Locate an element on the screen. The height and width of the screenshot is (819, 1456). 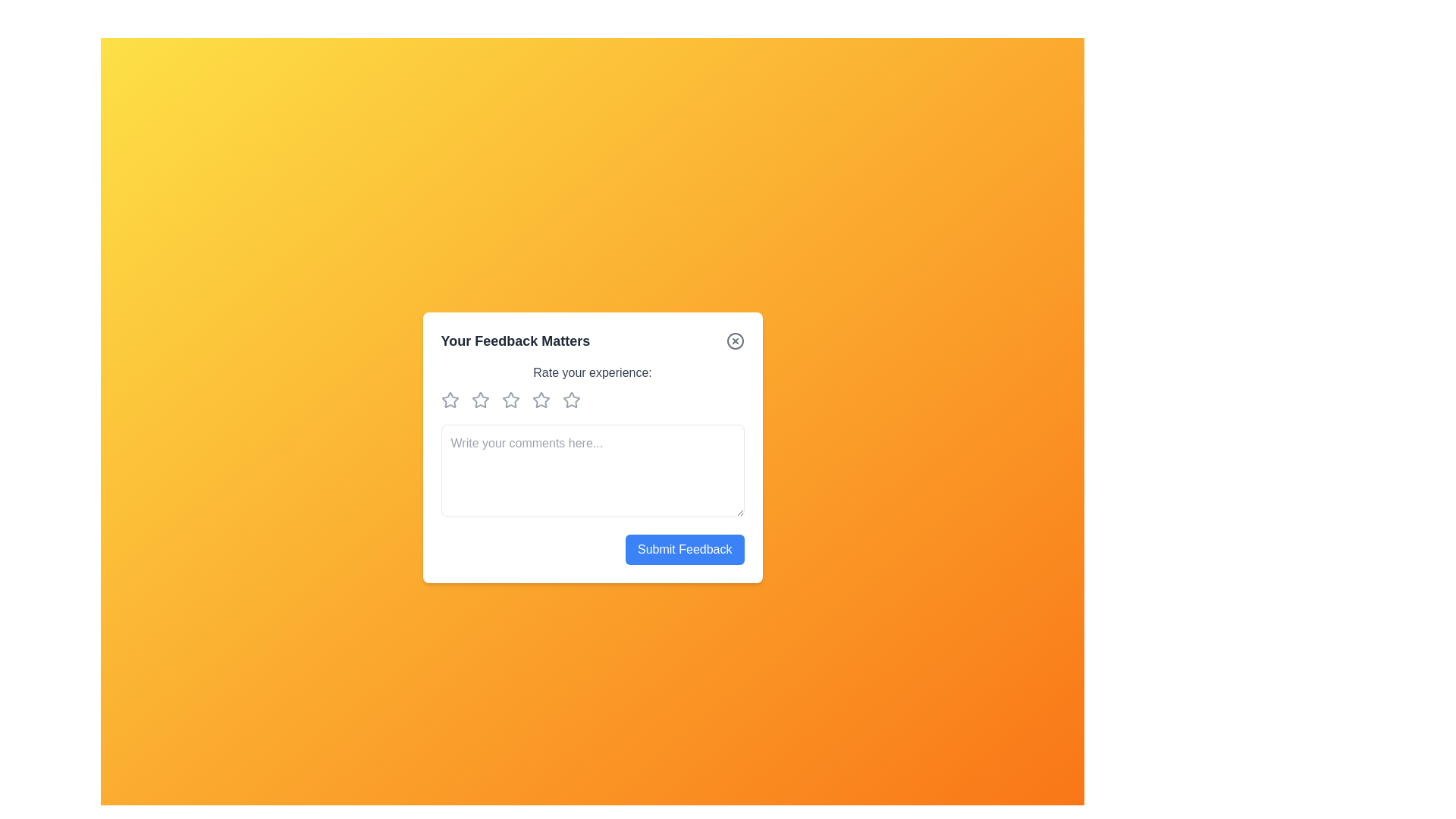
the rating to 5 stars by clicking on the corresponding star is located at coordinates (573, 399).